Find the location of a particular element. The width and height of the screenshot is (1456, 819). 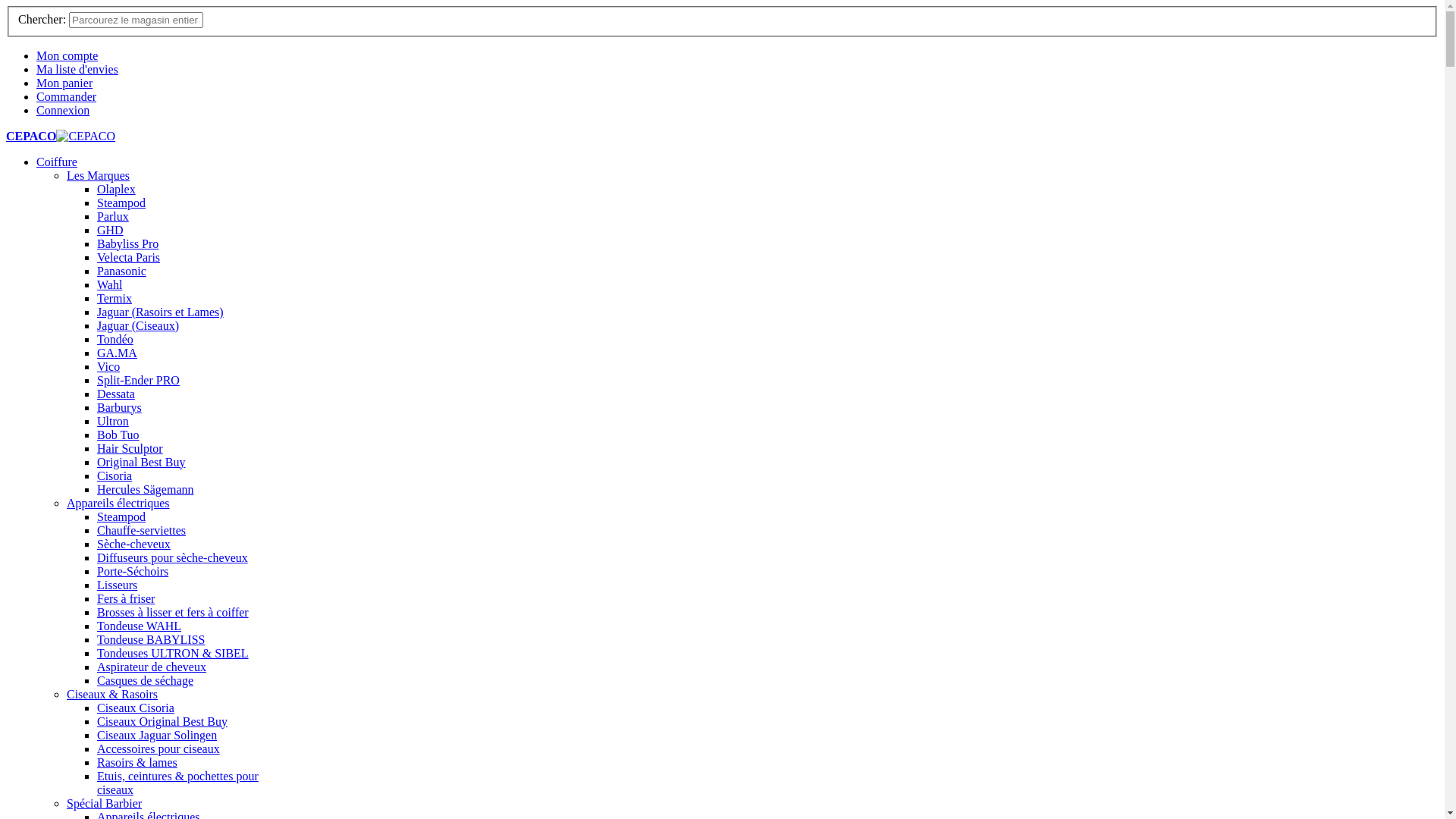

'Termix' is located at coordinates (113, 298).